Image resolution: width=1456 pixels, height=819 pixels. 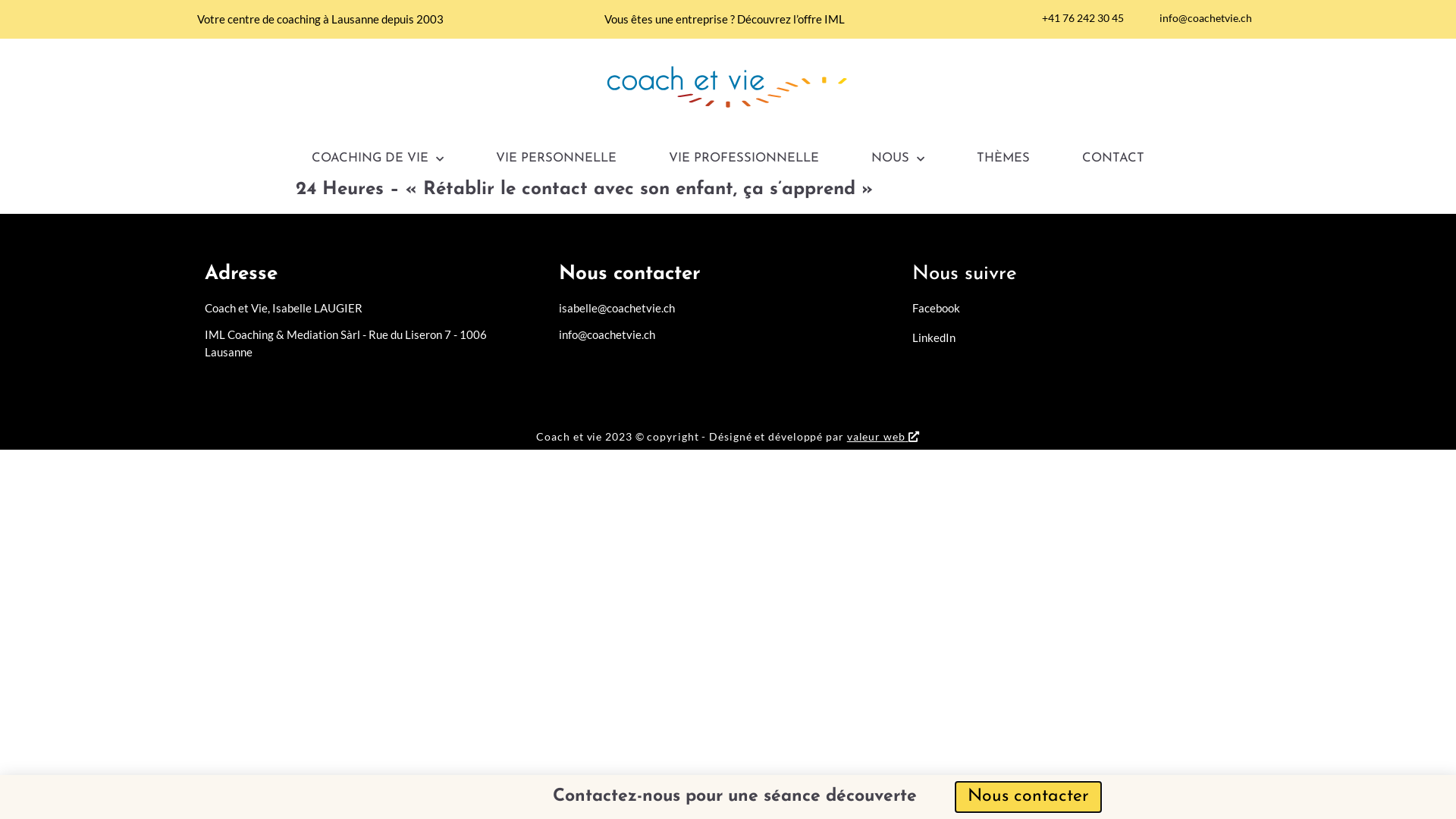 I want to click on 'CONTACT', so click(x=1081, y=158).